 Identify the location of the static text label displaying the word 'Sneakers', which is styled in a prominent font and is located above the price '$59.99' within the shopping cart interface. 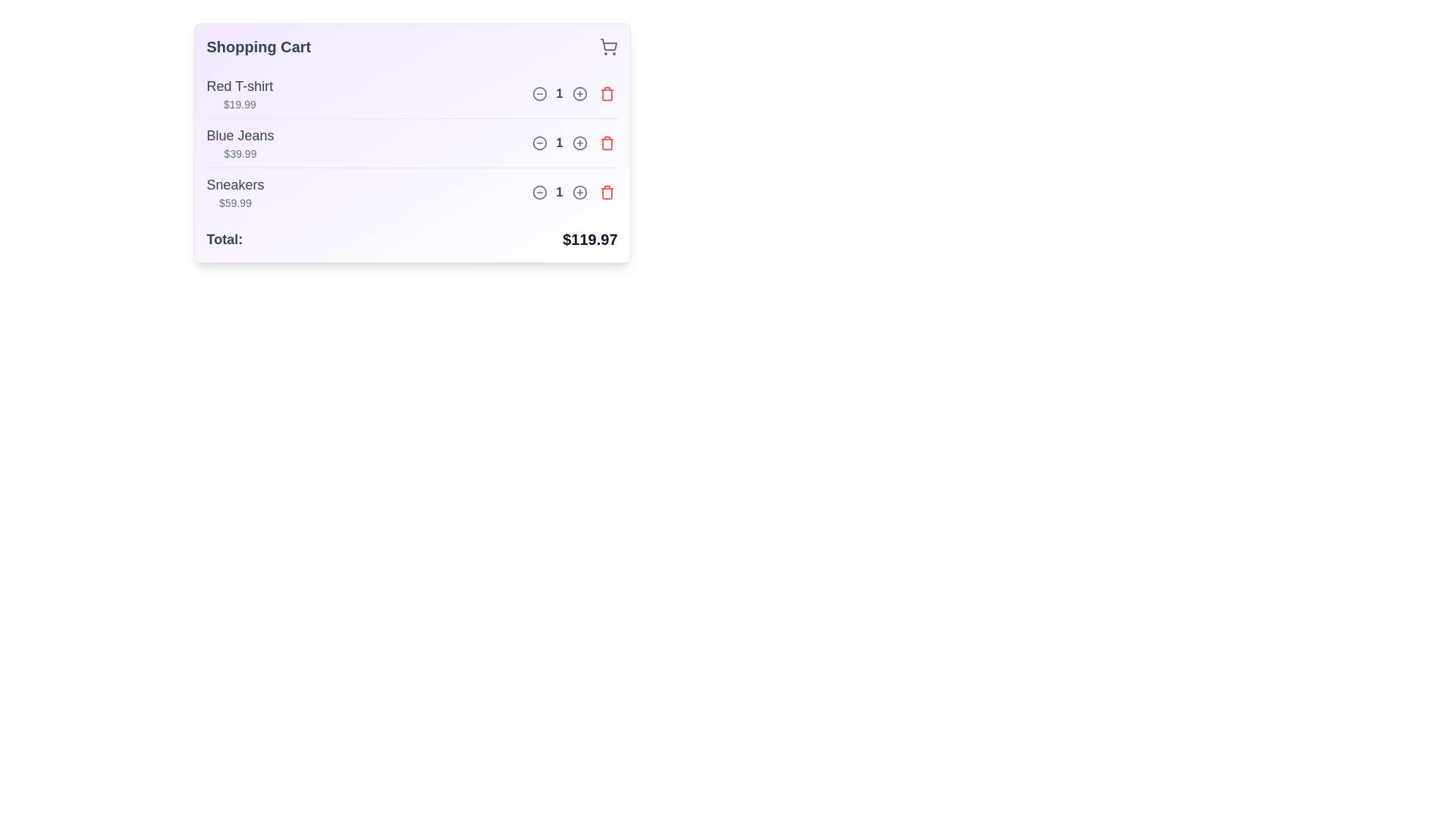
(234, 184).